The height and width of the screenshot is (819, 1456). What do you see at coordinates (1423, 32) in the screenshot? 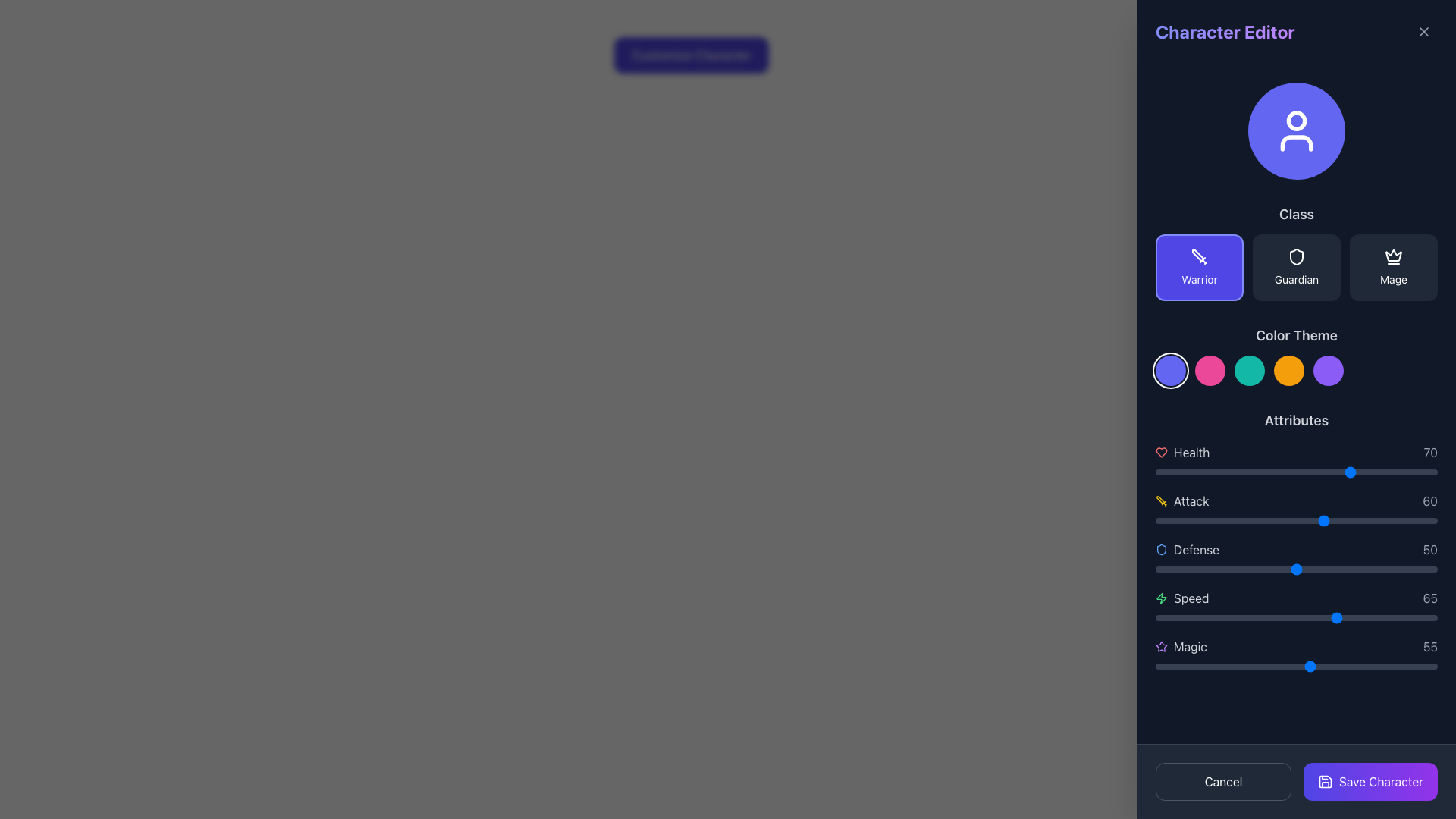
I see `the close button icon, styled as an 'X' inside a square, located at the top right corner of the 'Character Editor' panel` at bounding box center [1423, 32].